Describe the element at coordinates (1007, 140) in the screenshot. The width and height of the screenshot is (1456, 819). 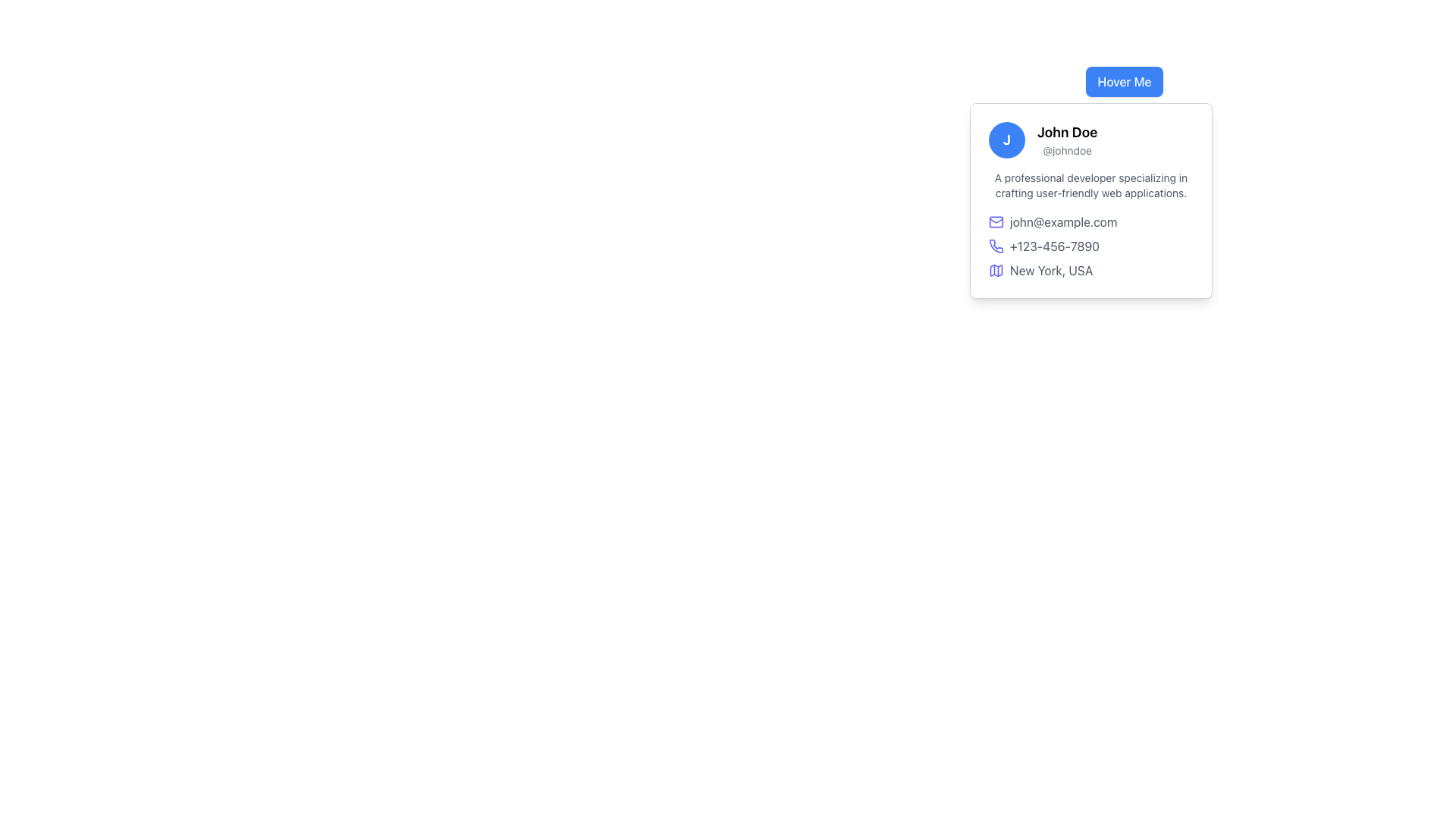
I see `the user avatar placeholder for 'John Doe' to interact with it` at that location.